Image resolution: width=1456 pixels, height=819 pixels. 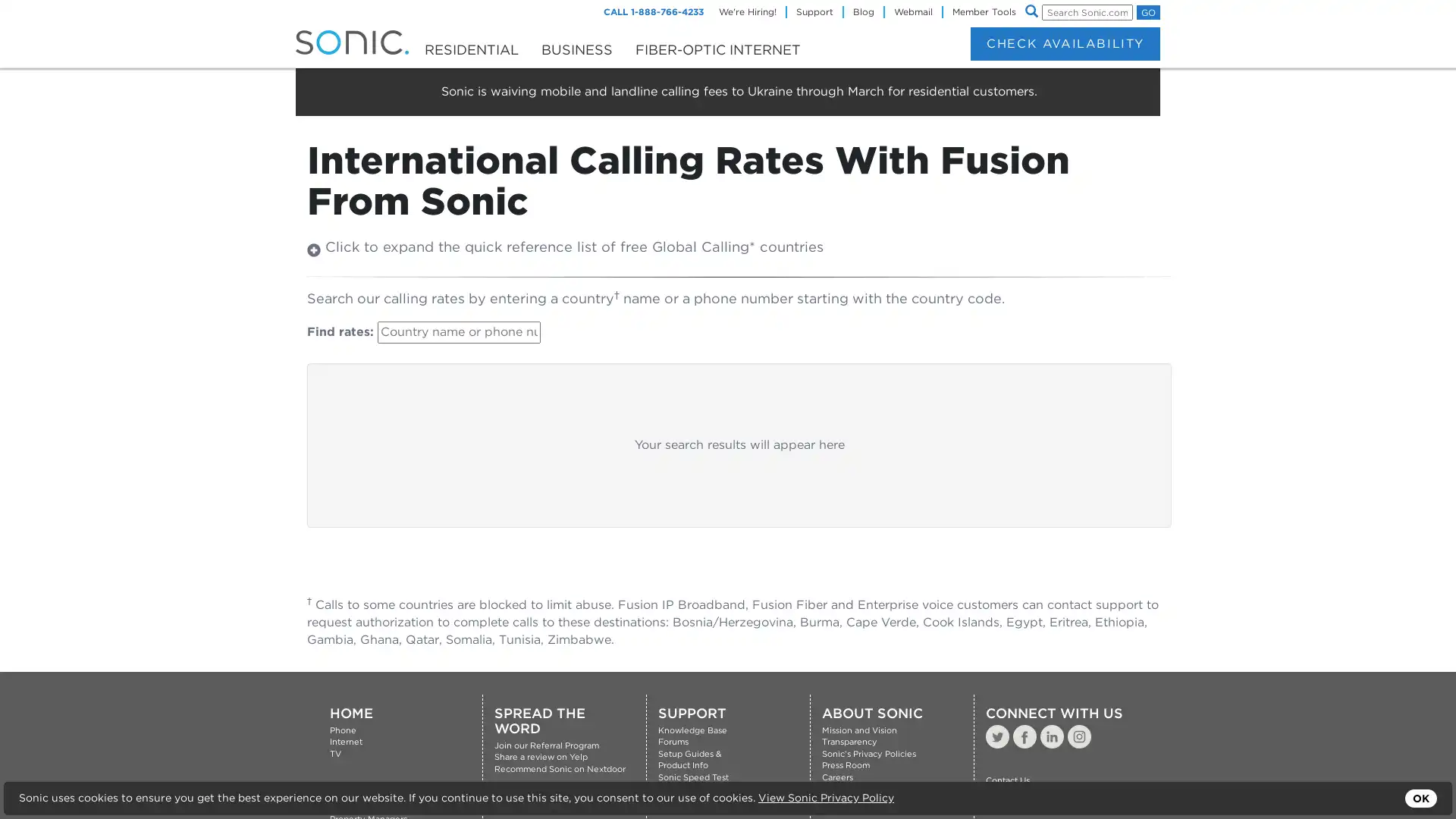 I want to click on Click to expand the quick reference list of free Global Calling* countries, so click(x=564, y=245).